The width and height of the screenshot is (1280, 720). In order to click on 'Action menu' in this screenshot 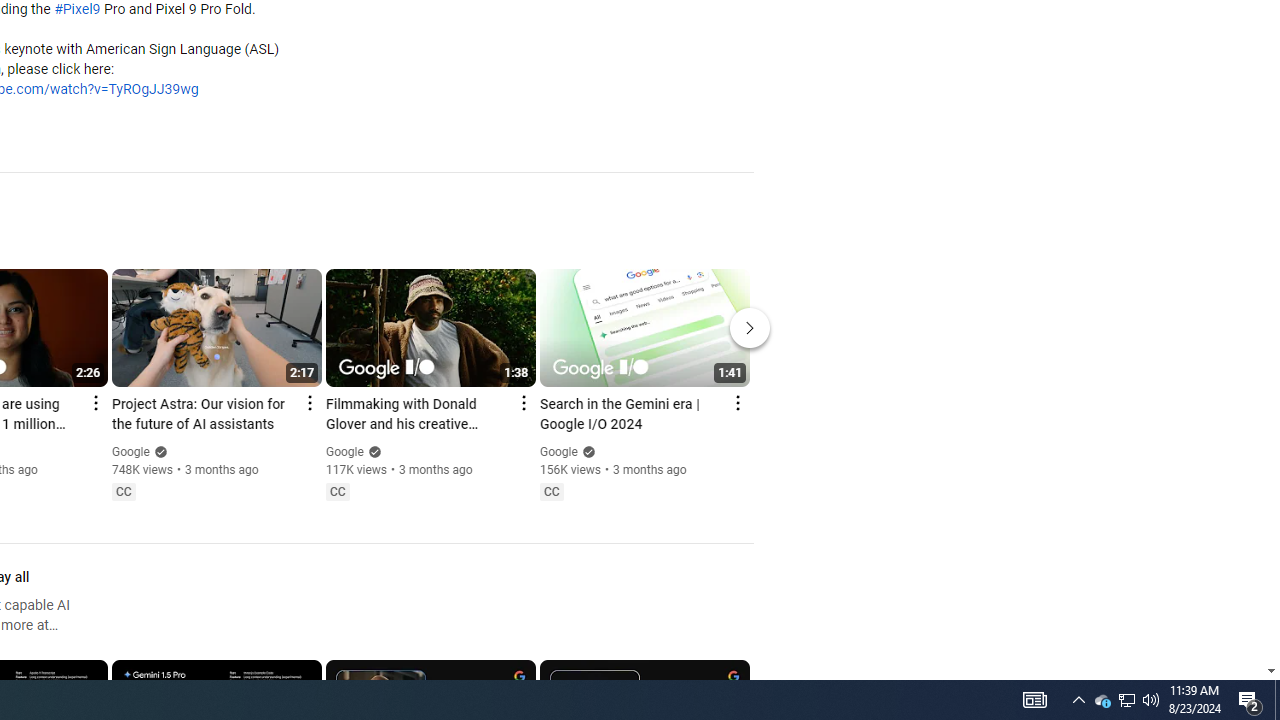, I will do `click(736, 403)`.